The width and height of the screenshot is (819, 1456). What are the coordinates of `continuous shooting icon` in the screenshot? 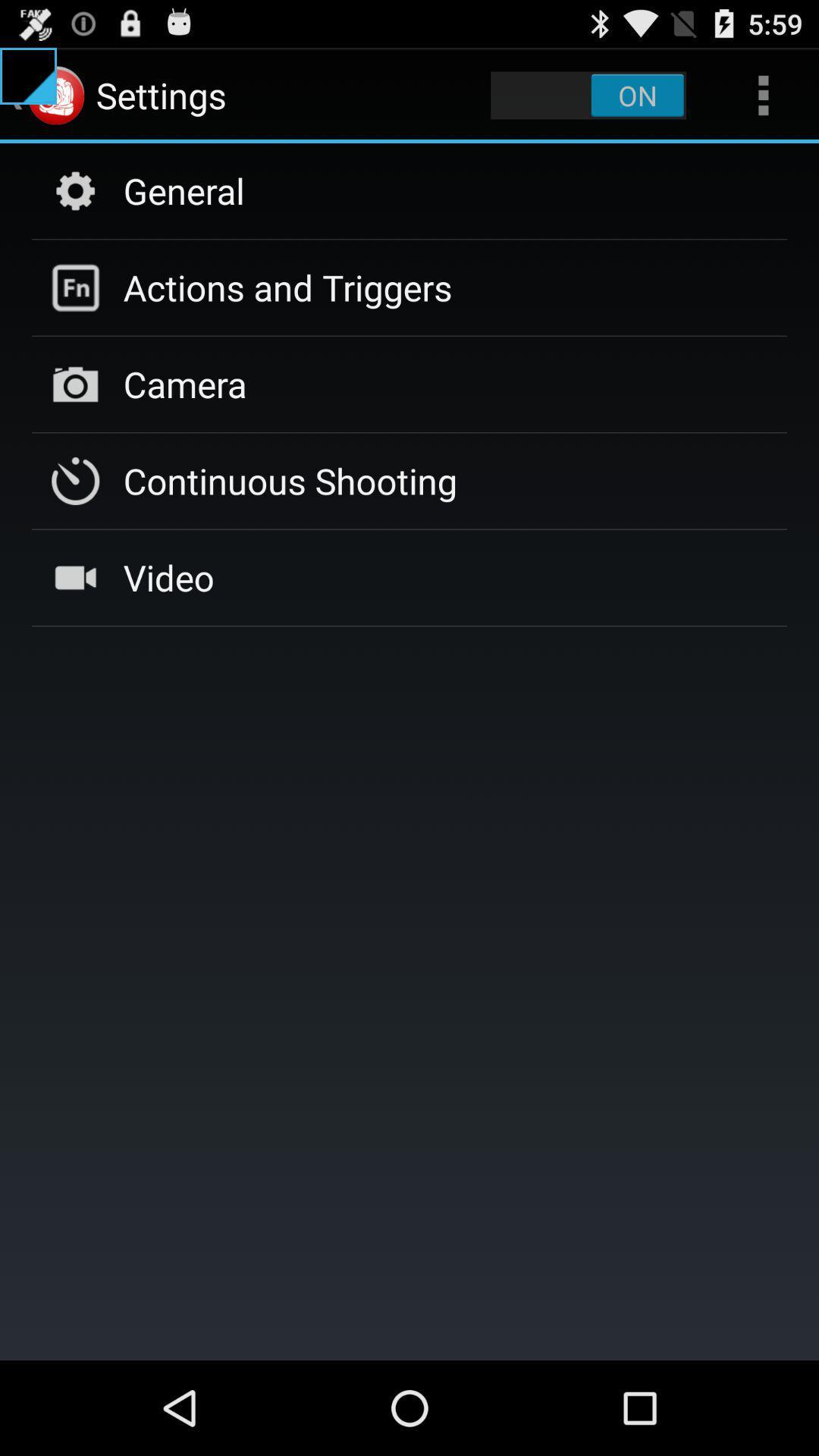 It's located at (290, 480).